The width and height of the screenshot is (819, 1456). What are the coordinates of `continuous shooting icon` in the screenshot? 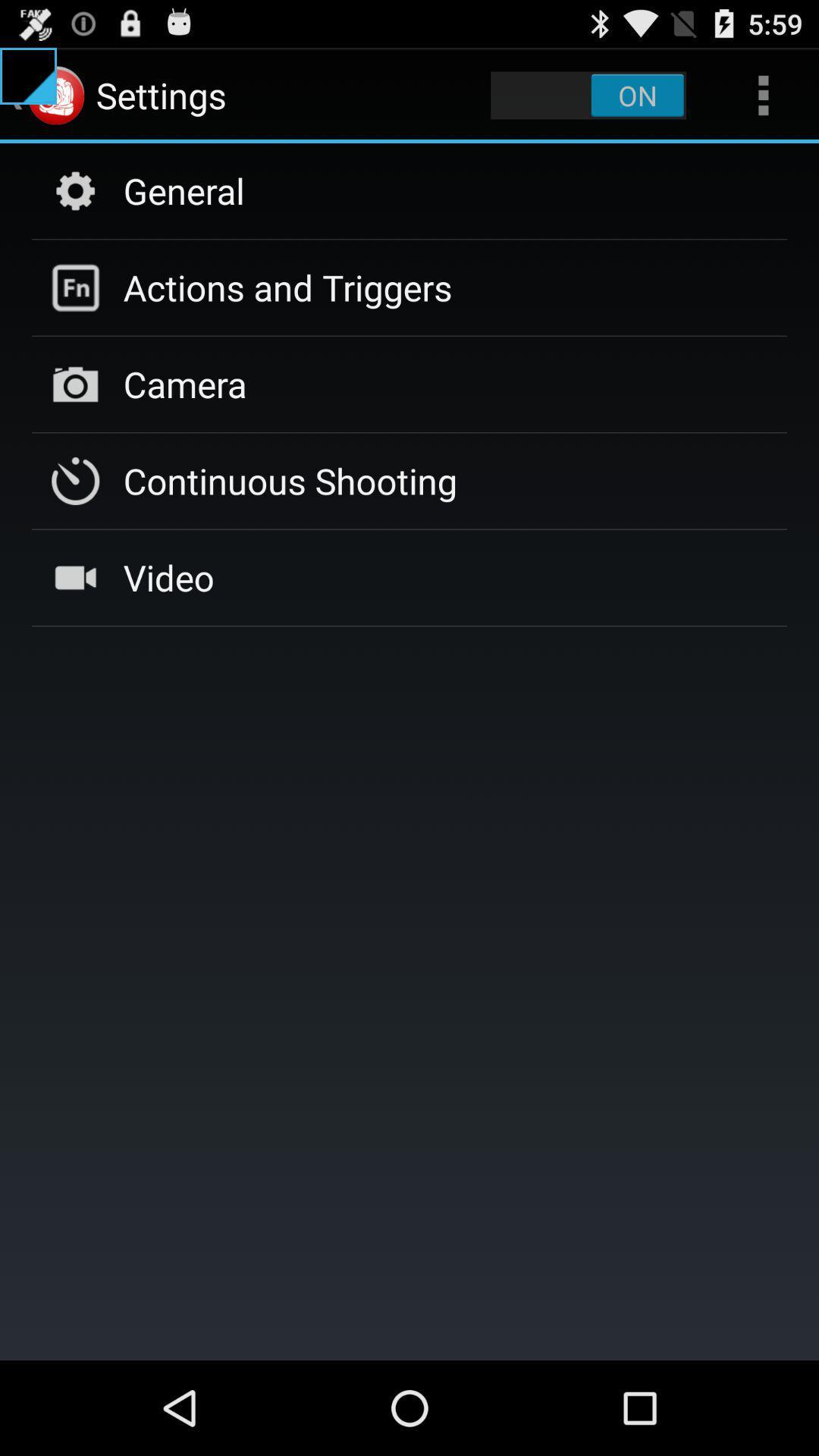 It's located at (290, 480).